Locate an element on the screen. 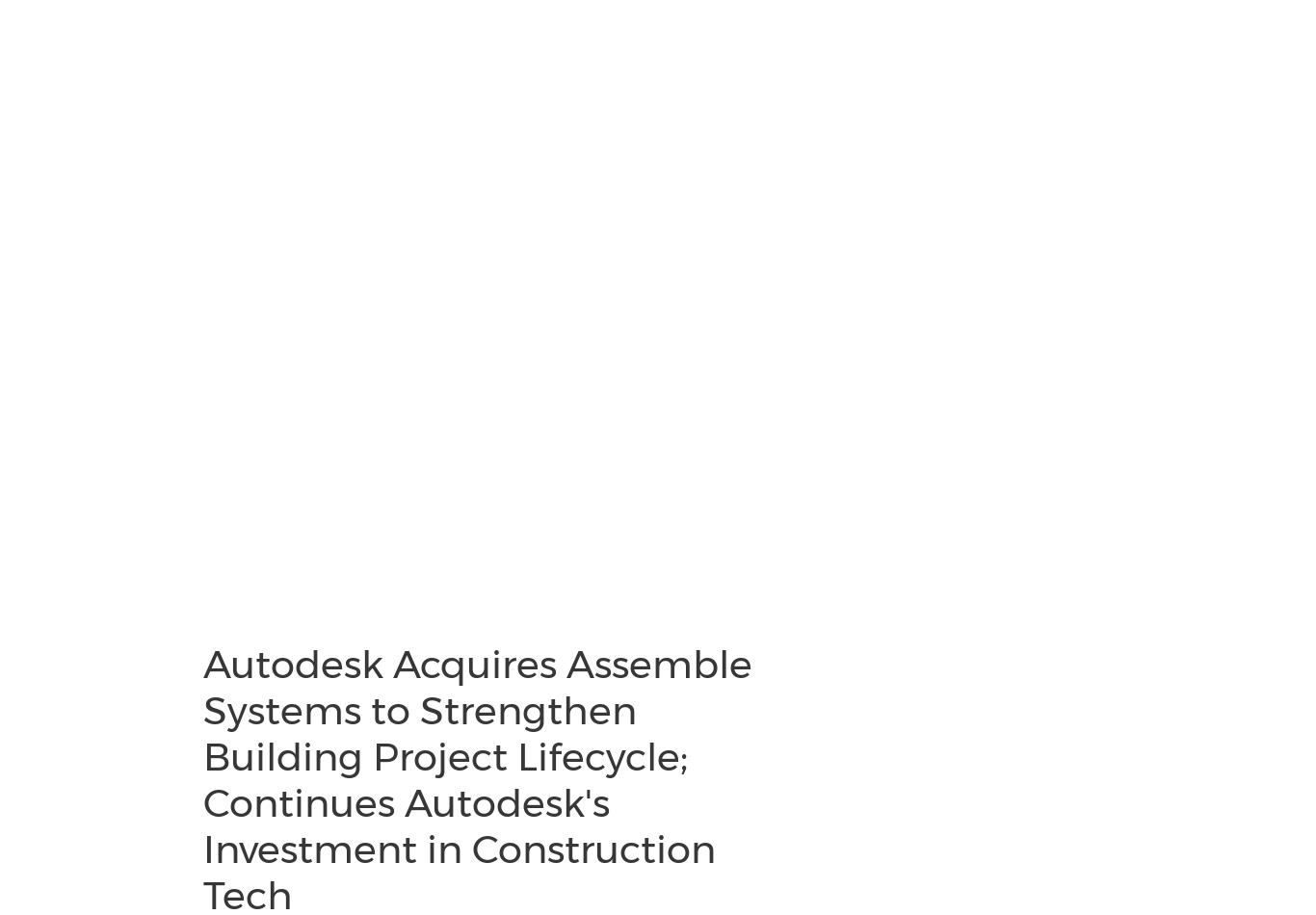 The image size is (1316, 915). 'Partnerships' is located at coordinates (78, 423).